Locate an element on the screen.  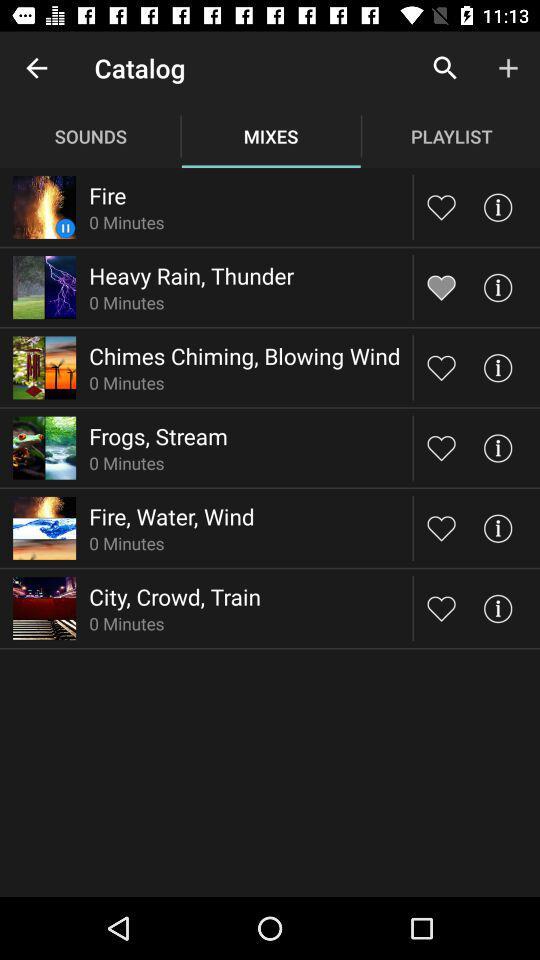
interact with page is located at coordinates (496, 366).